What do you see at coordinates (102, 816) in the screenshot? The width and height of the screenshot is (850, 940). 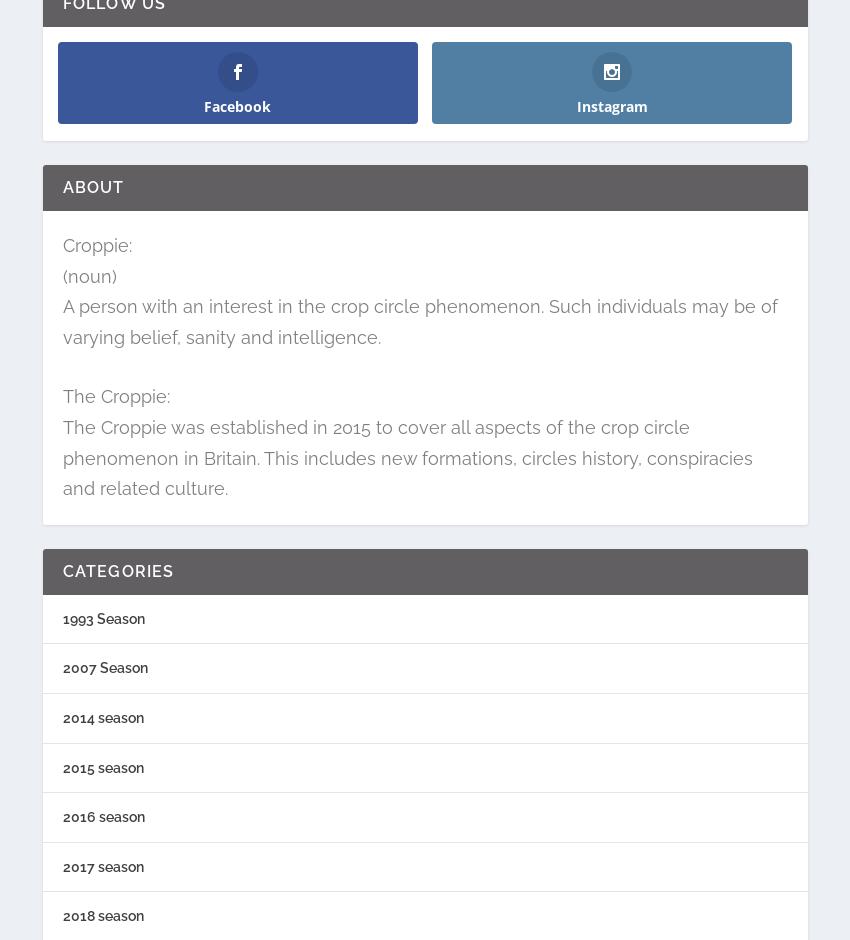 I see `'2016 season'` at bounding box center [102, 816].